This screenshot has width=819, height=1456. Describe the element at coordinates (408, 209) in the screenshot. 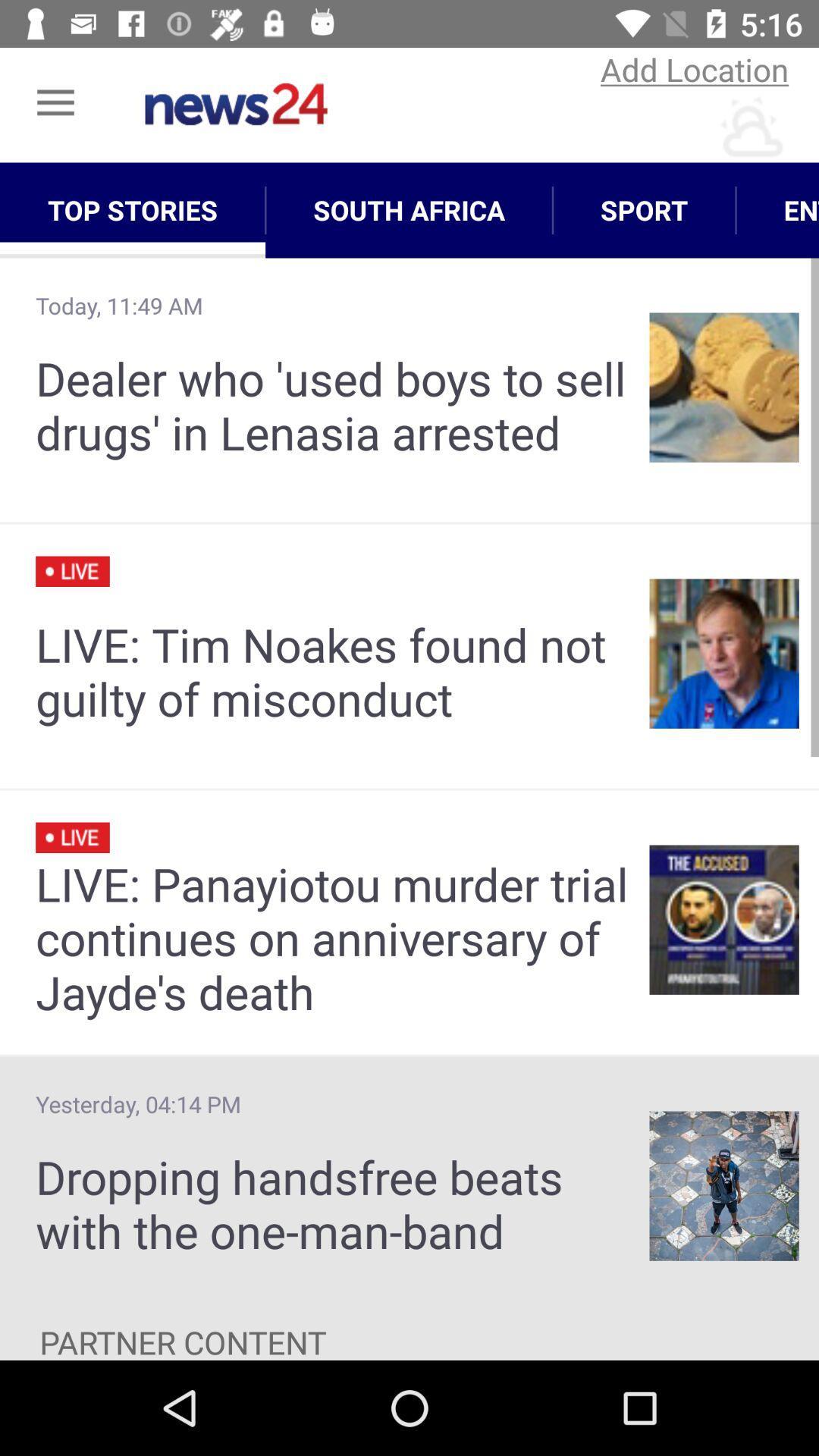

I see `app to the left of the sport icon` at that location.